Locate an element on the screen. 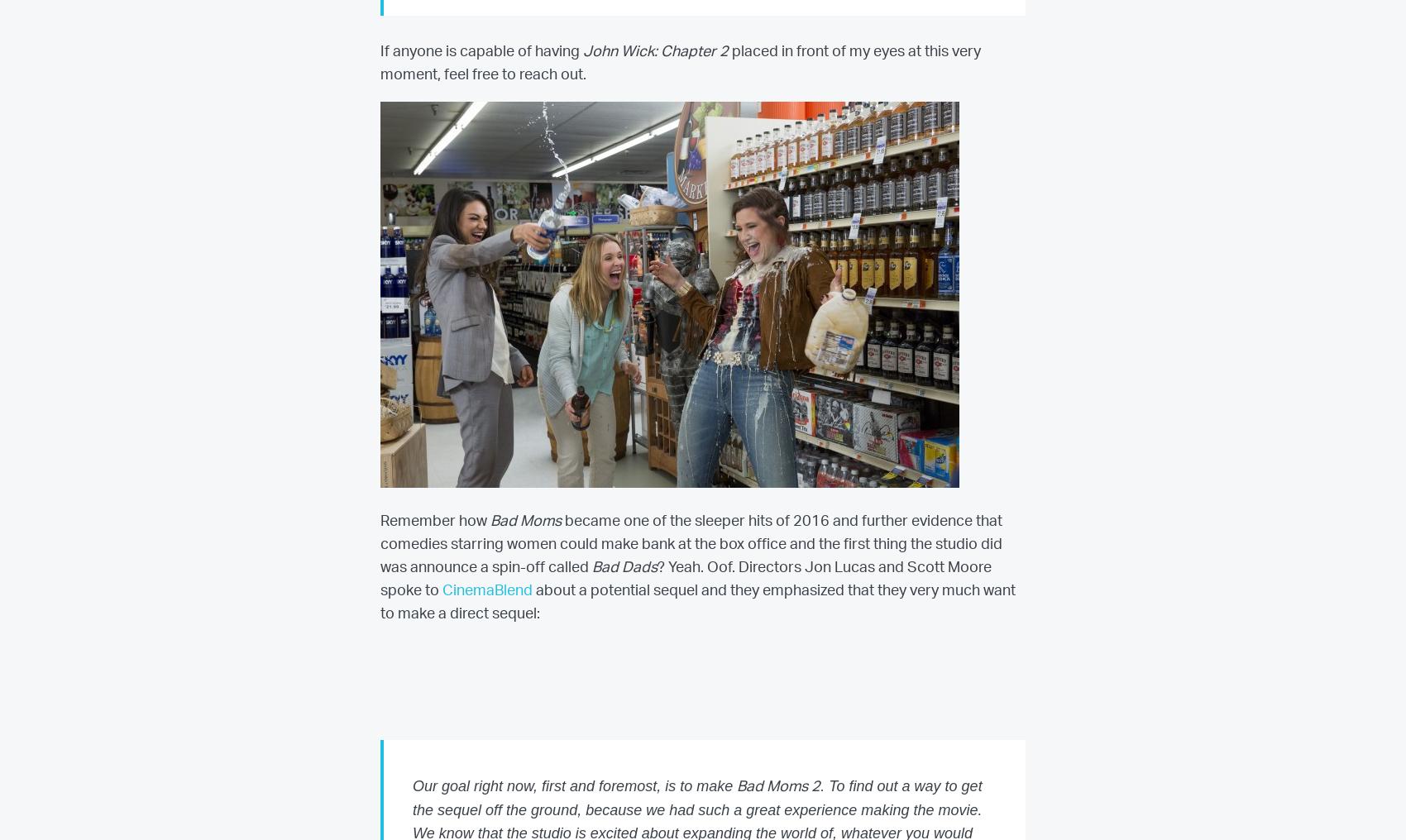 This screenshot has width=1406, height=840. 'If anyone is capable of having' is located at coordinates (380, 50).